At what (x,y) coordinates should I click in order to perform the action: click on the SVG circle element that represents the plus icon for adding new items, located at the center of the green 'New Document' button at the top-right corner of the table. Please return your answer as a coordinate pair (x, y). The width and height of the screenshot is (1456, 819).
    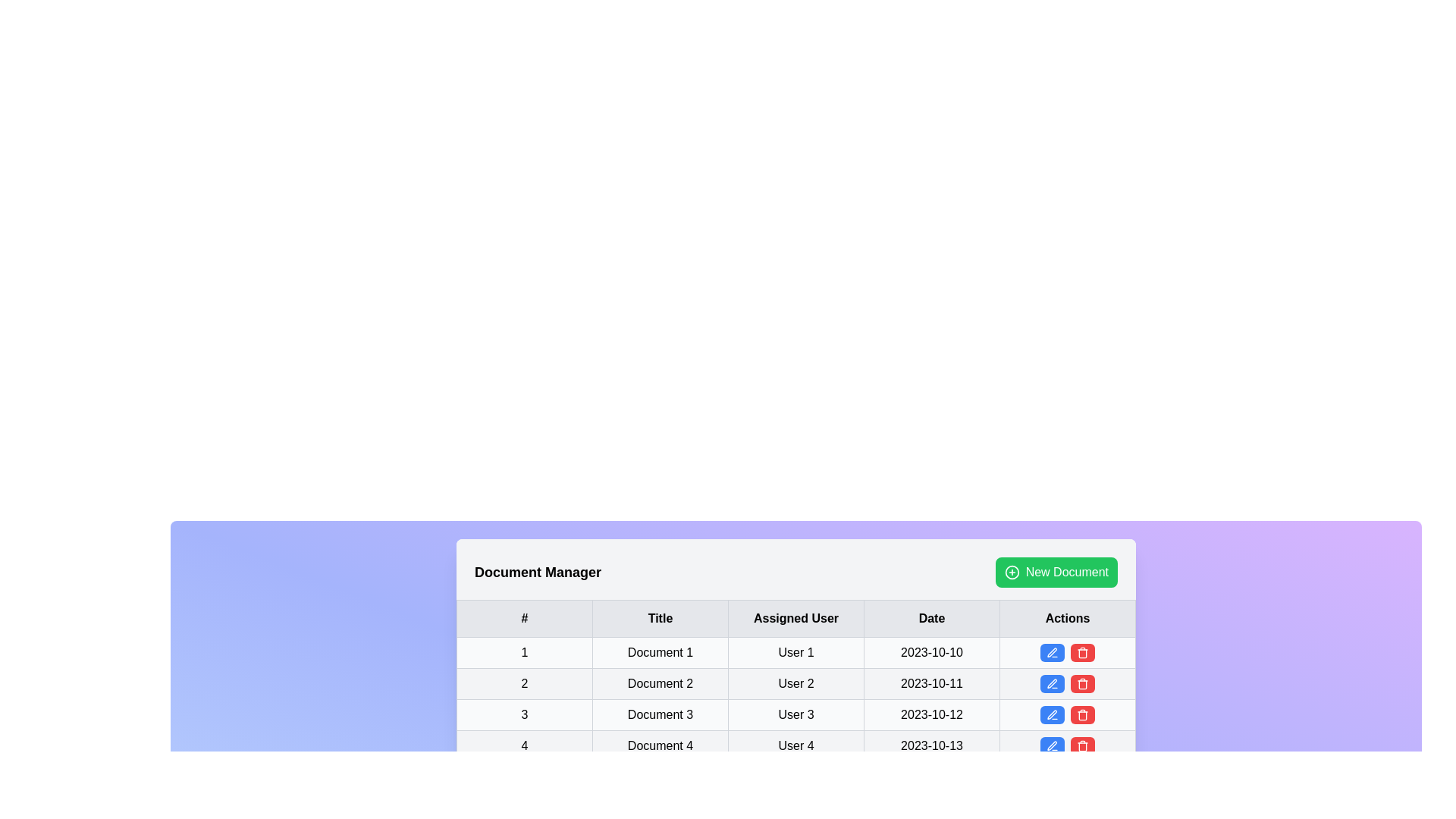
    Looking at the image, I should click on (1012, 573).